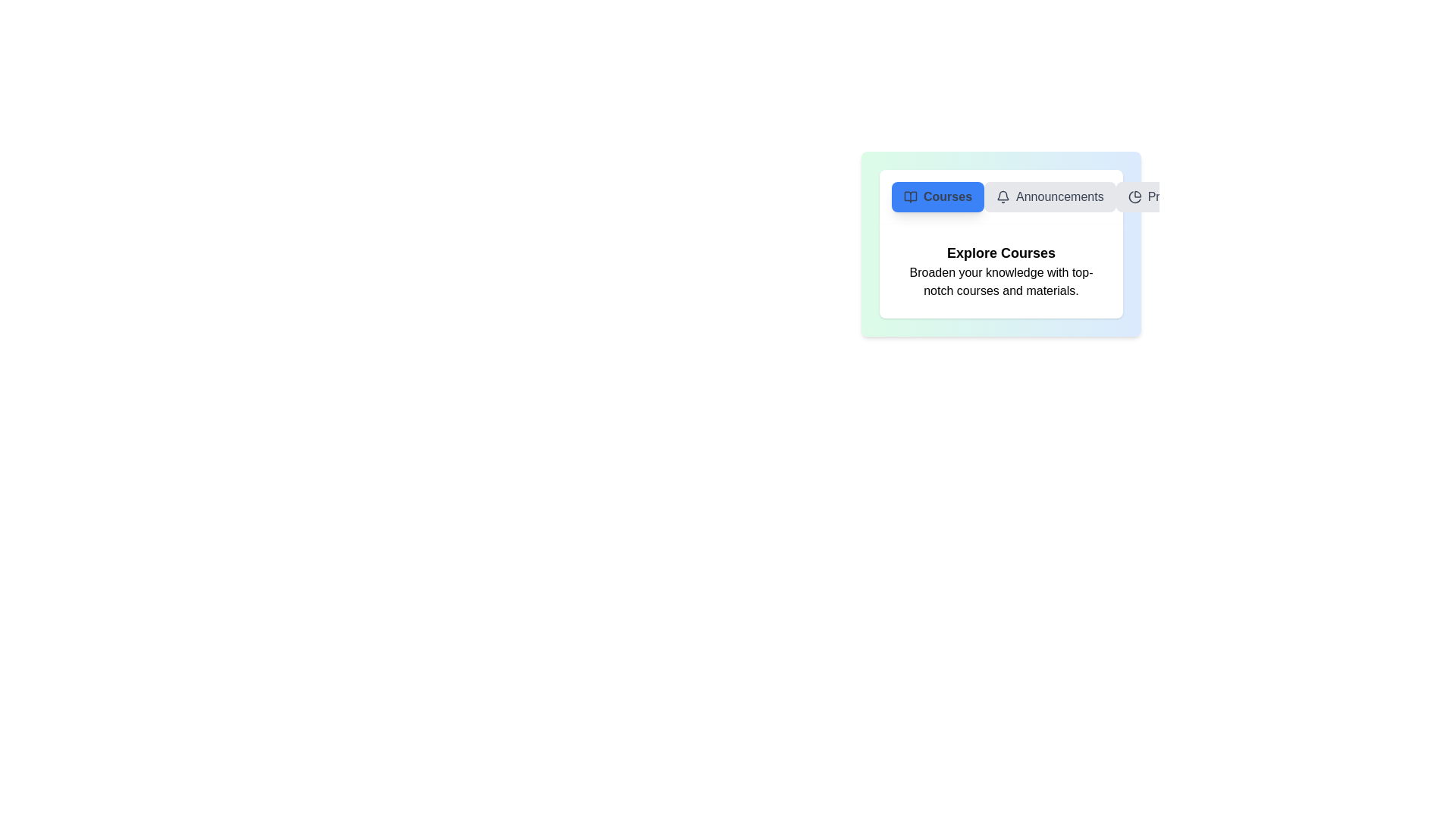  Describe the element at coordinates (1001, 281) in the screenshot. I see `the text element that reads 'Broaden your knowledge with top-notch courses and materials.', which is located directly below the bolded title 'Explore Courses.'` at that location.